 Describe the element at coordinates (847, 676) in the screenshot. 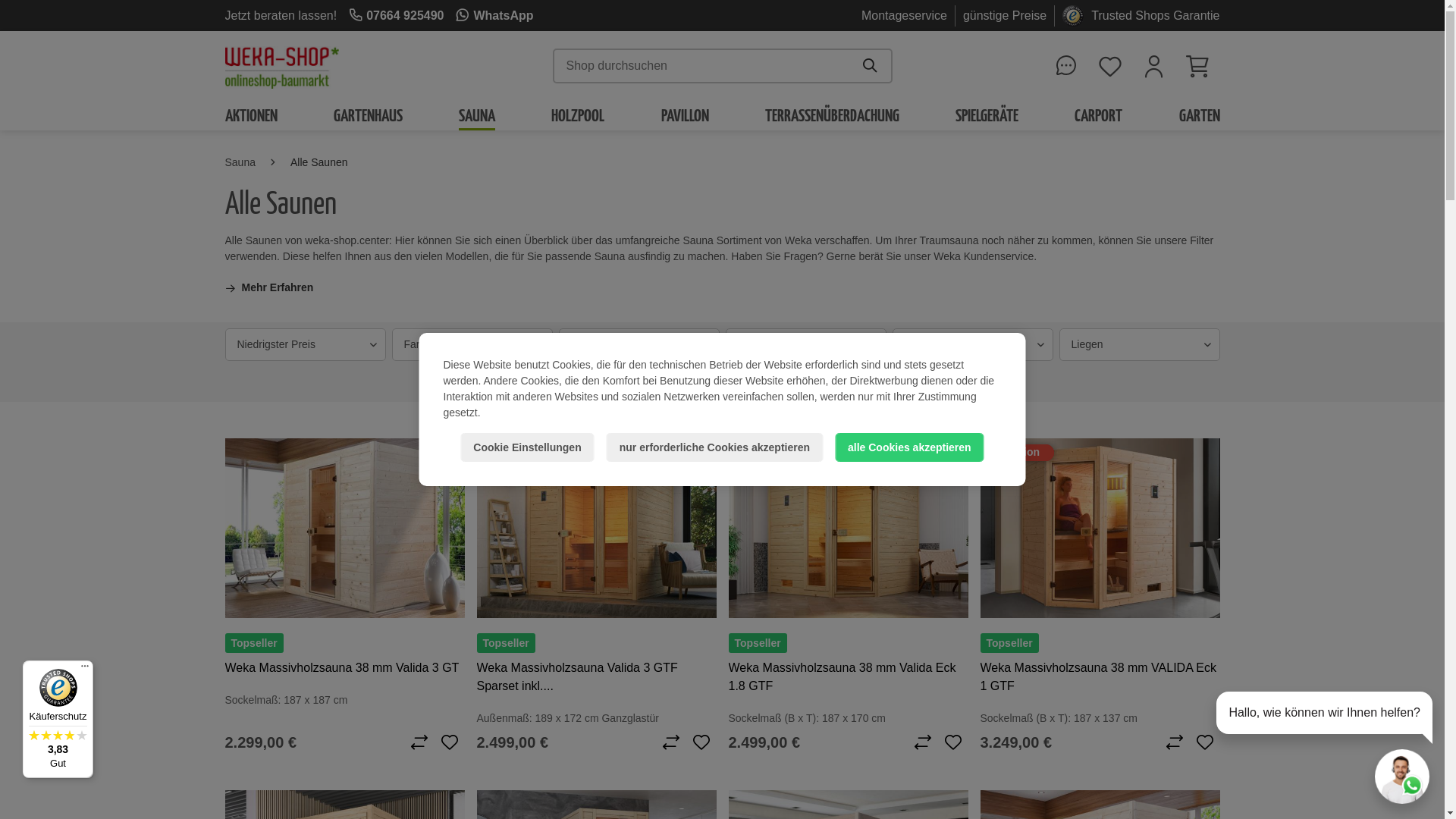

I see `'Weka Massivholzsauna 38 mm Valida Eck 1.8 GTF'` at that location.